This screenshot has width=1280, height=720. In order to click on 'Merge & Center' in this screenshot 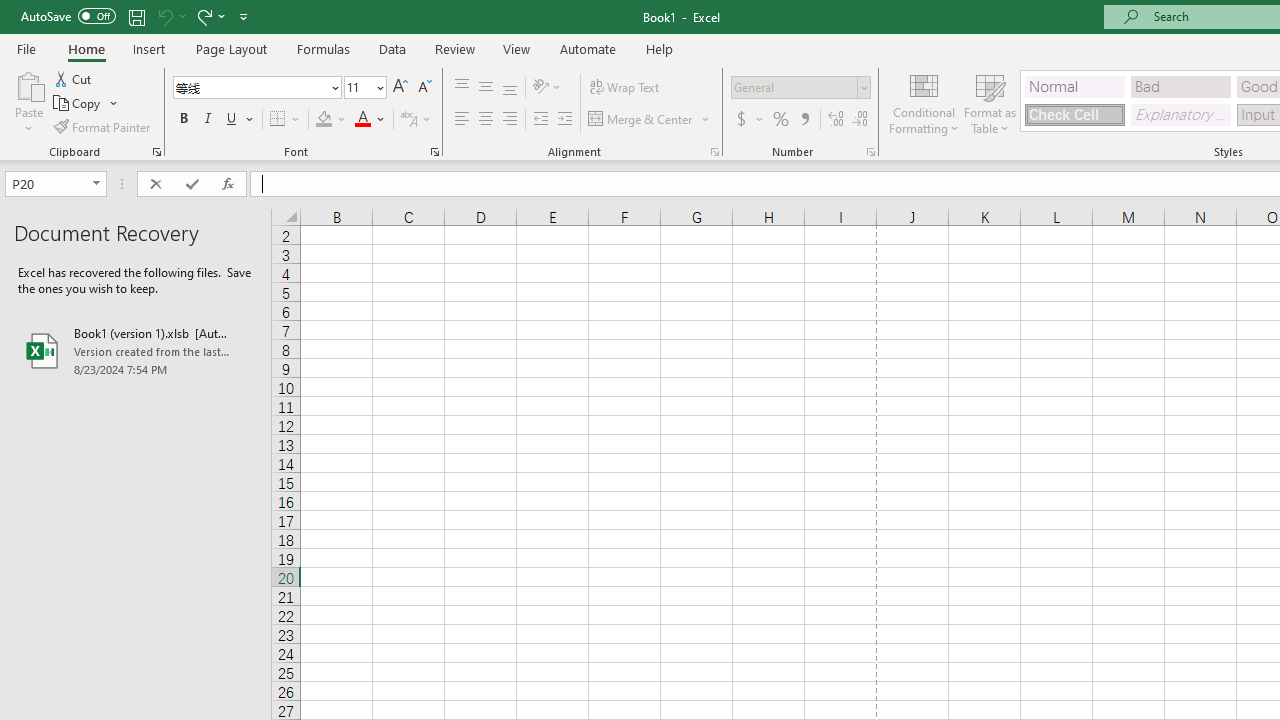, I will do `click(641, 119)`.